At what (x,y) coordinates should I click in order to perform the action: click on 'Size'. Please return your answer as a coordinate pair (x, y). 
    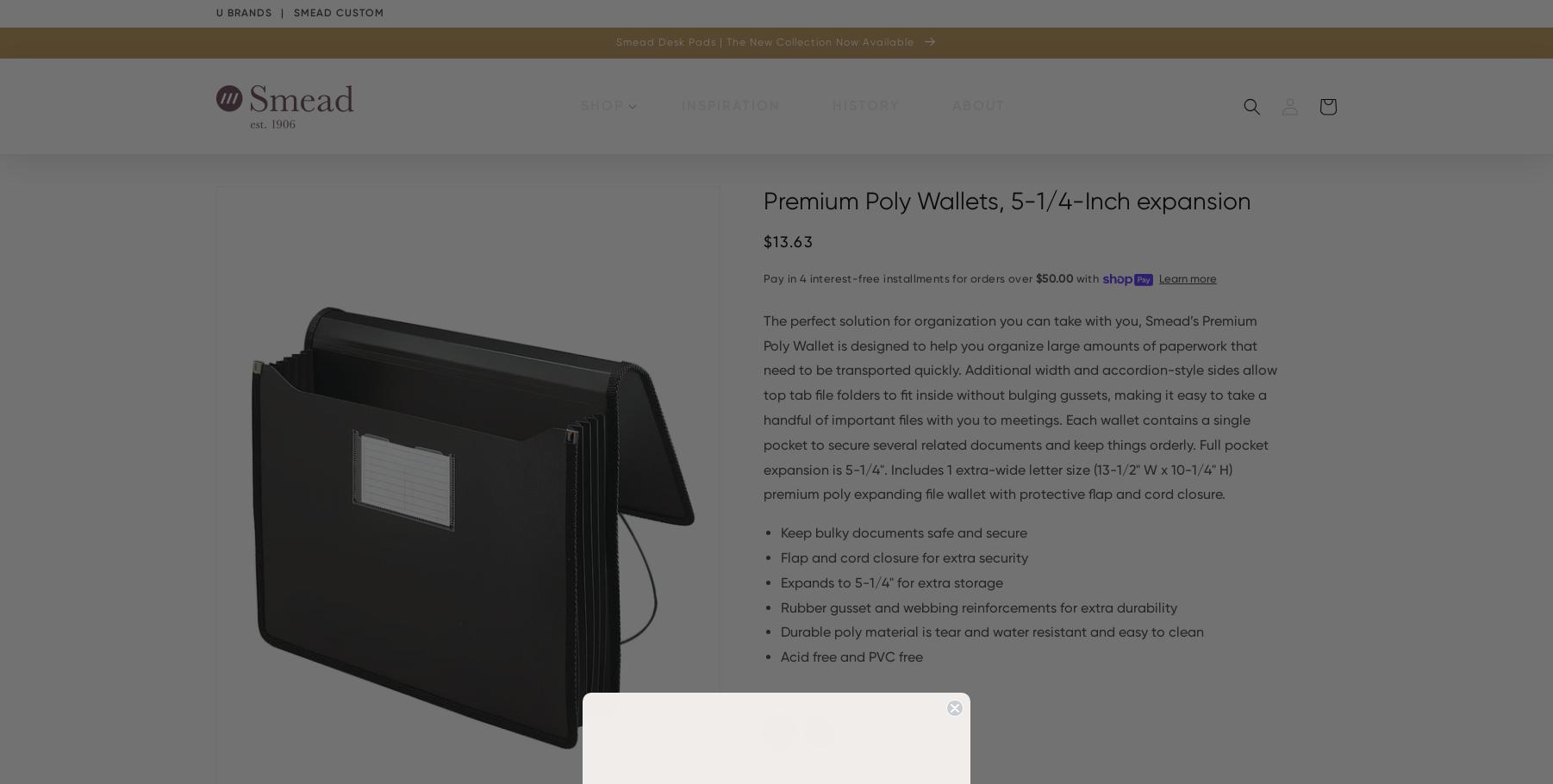
    Looking at the image, I should click on (764, 767).